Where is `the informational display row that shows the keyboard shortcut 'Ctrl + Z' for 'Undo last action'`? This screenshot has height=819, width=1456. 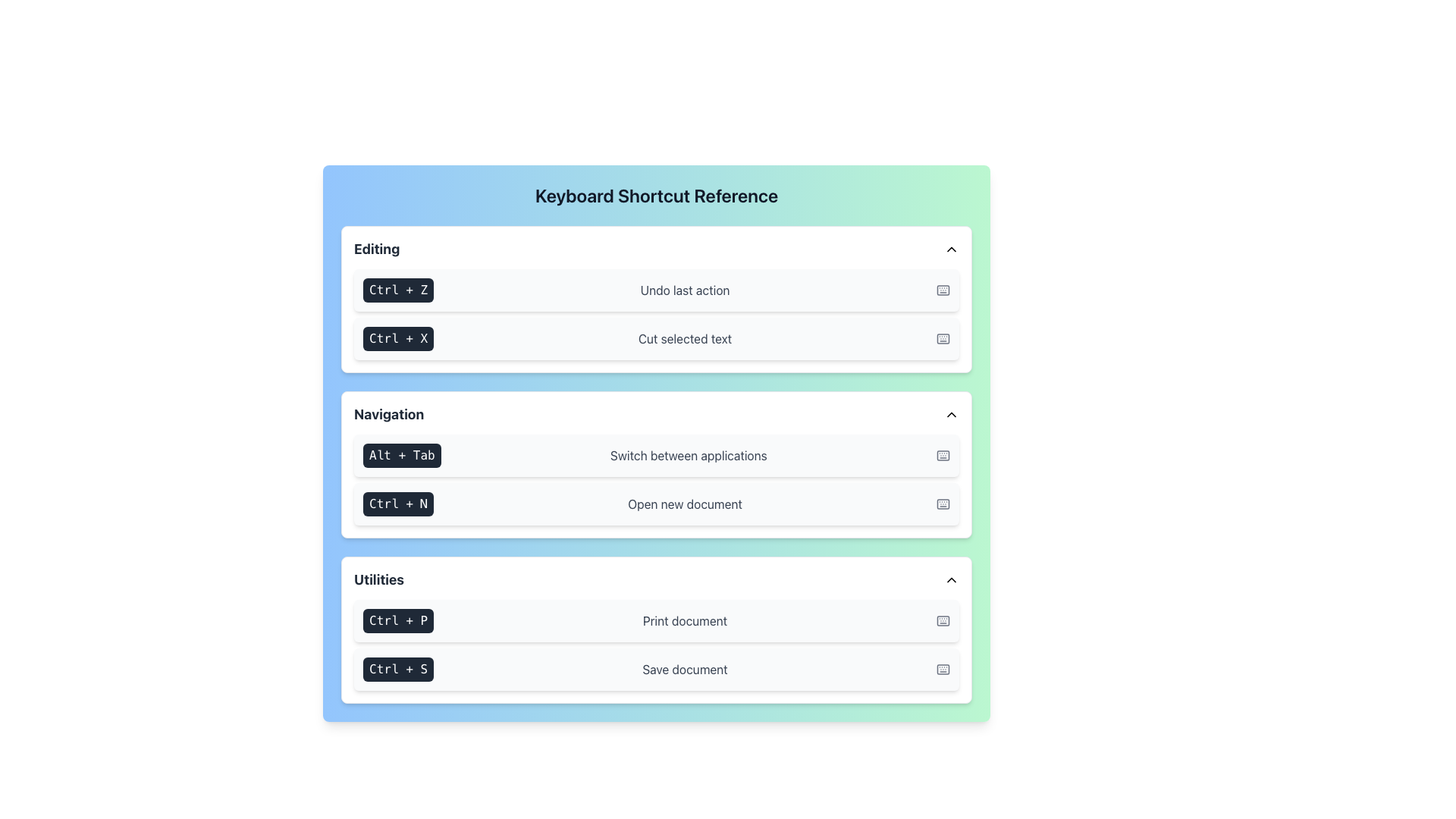
the informational display row that shows the keyboard shortcut 'Ctrl + Z' for 'Undo last action' is located at coordinates (656, 290).